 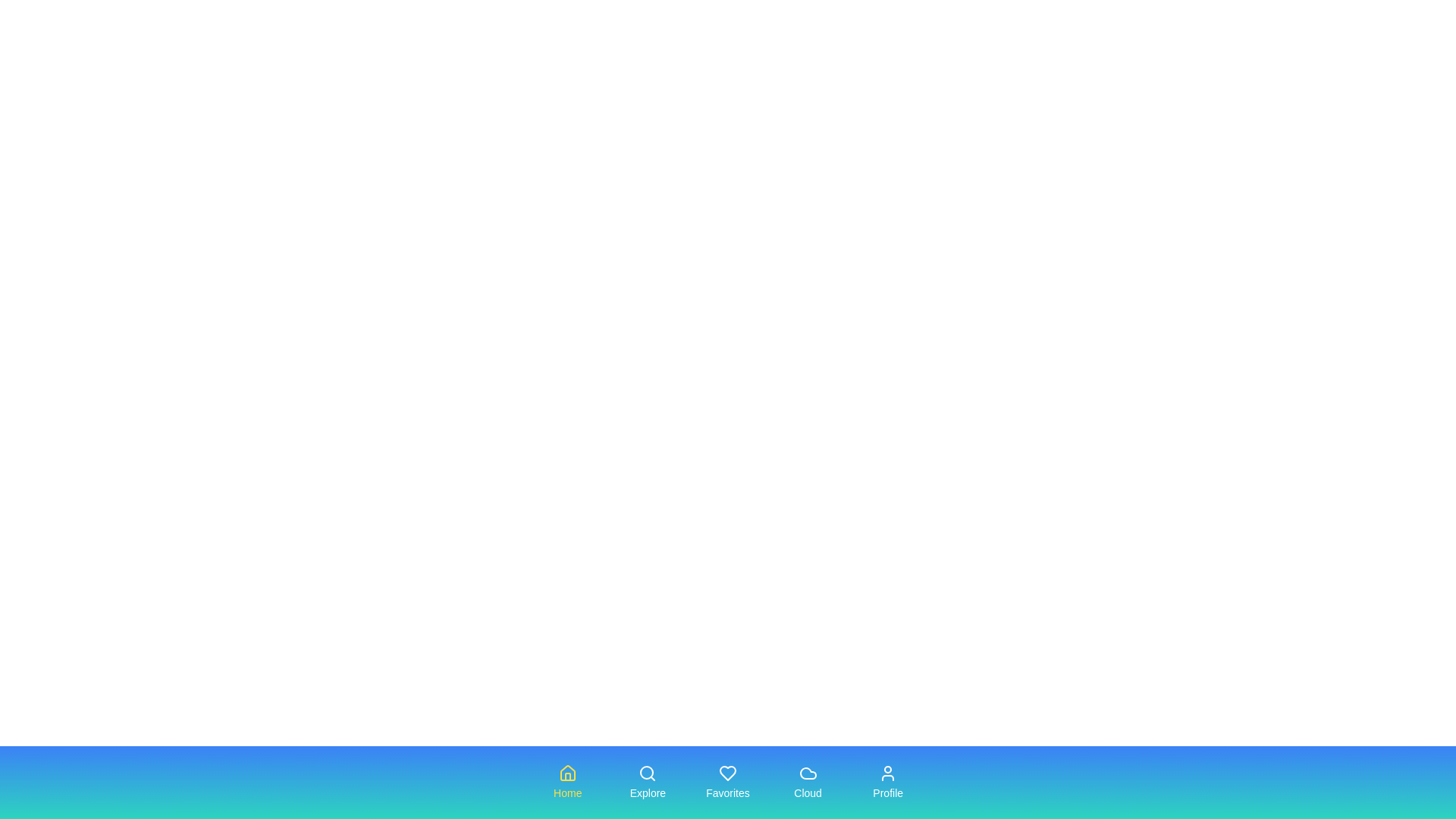 What do you see at coordinates (888, 783) in the screenshot?
I see `the tab labeled Profile to observe its hover effect` at bounding box center [888, 783].